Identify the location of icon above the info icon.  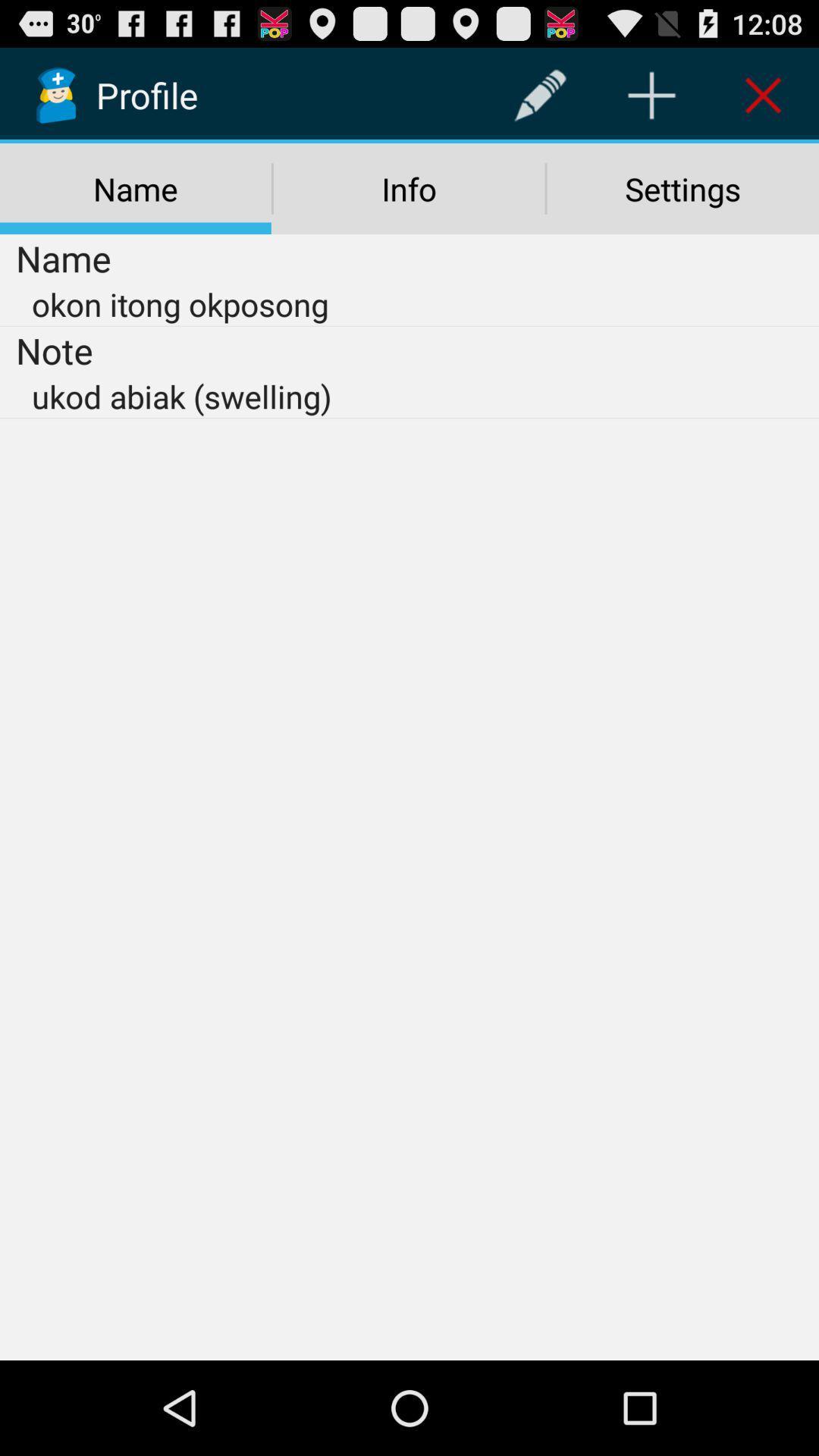
(539, 94).